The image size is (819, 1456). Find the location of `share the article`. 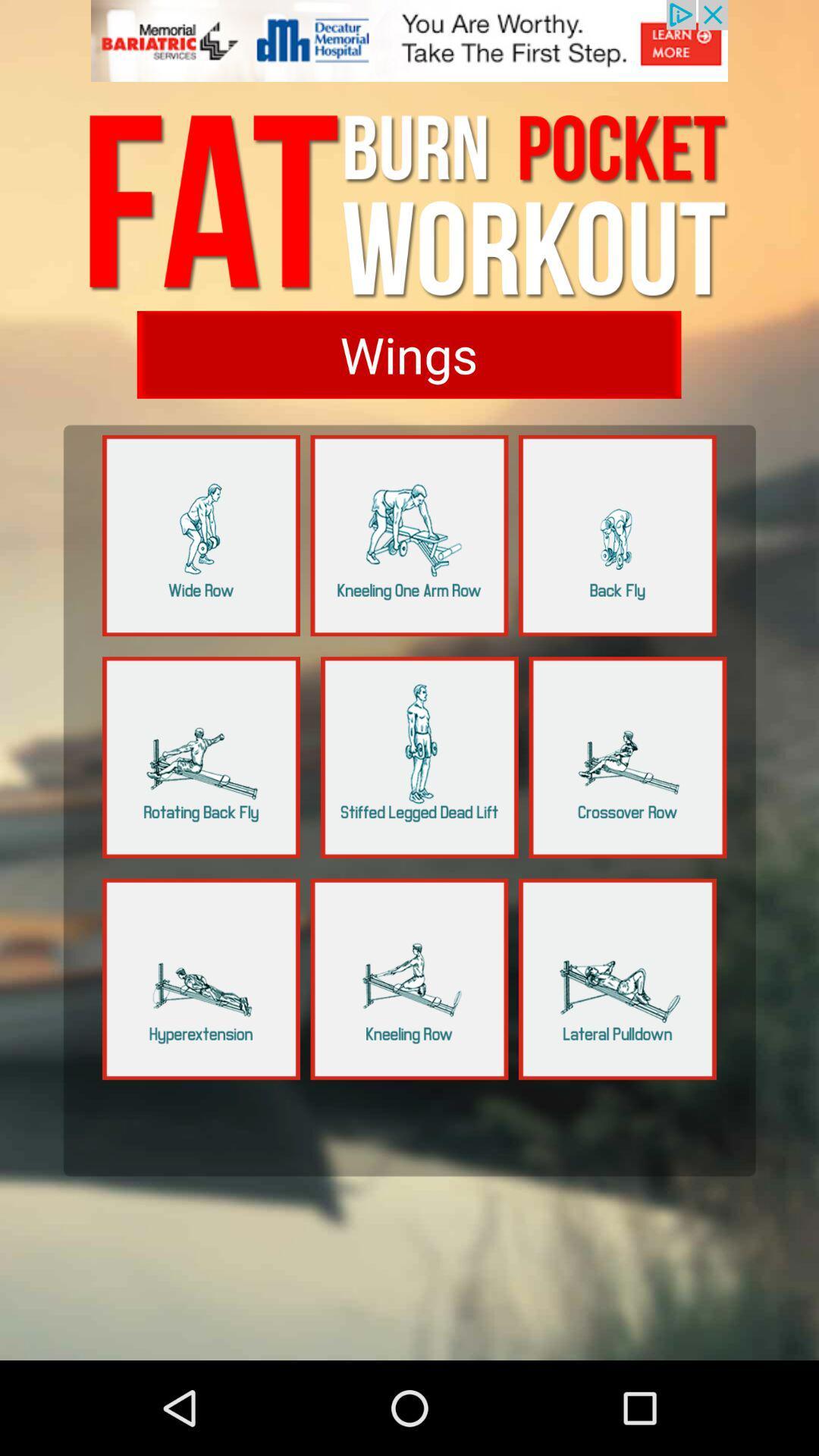

share the article is located at coordinates (409, 535).